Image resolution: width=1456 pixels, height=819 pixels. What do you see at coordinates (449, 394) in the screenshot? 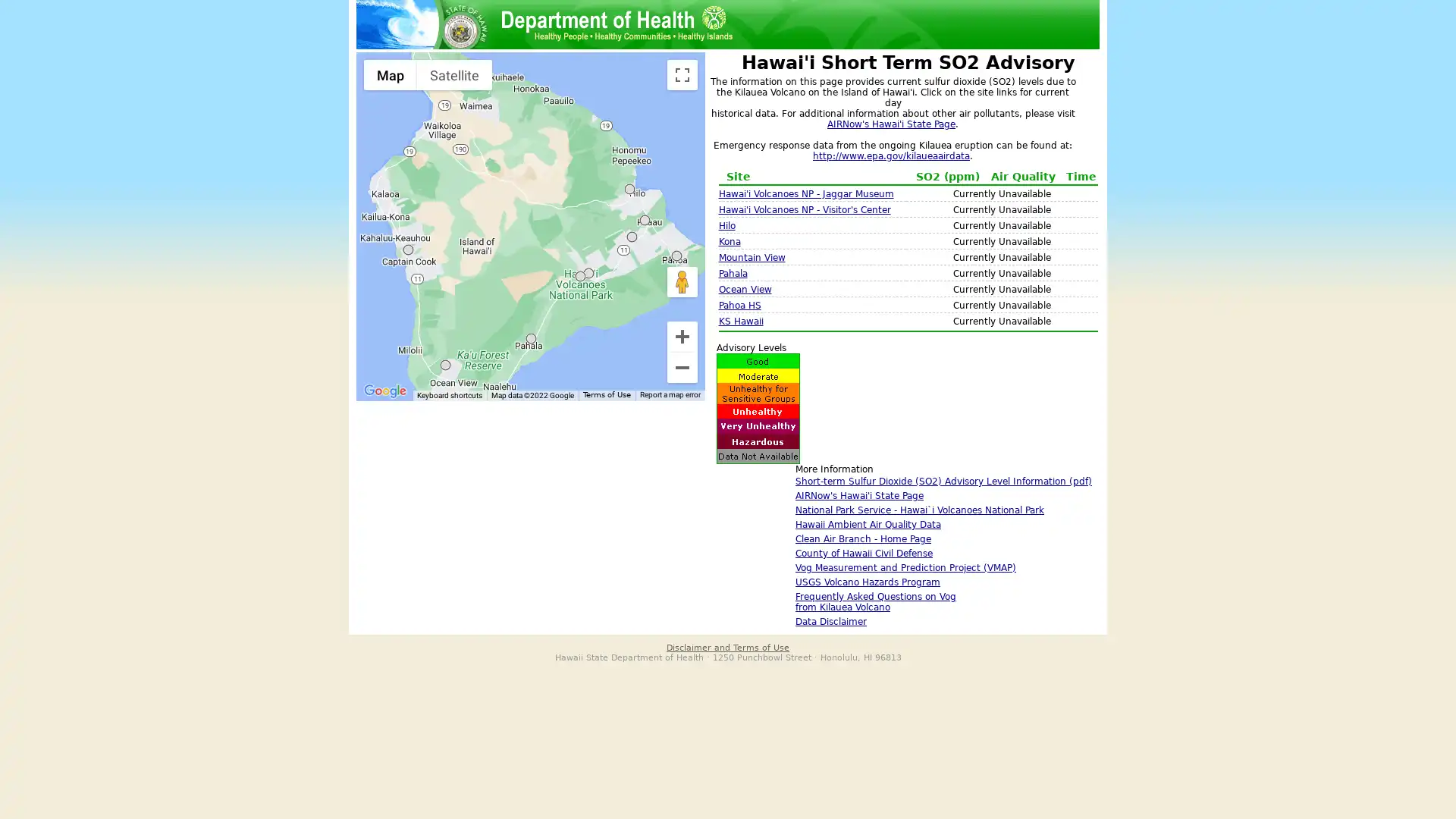
I see `Keyboard shortcuts` at bounding box center [449, 394].